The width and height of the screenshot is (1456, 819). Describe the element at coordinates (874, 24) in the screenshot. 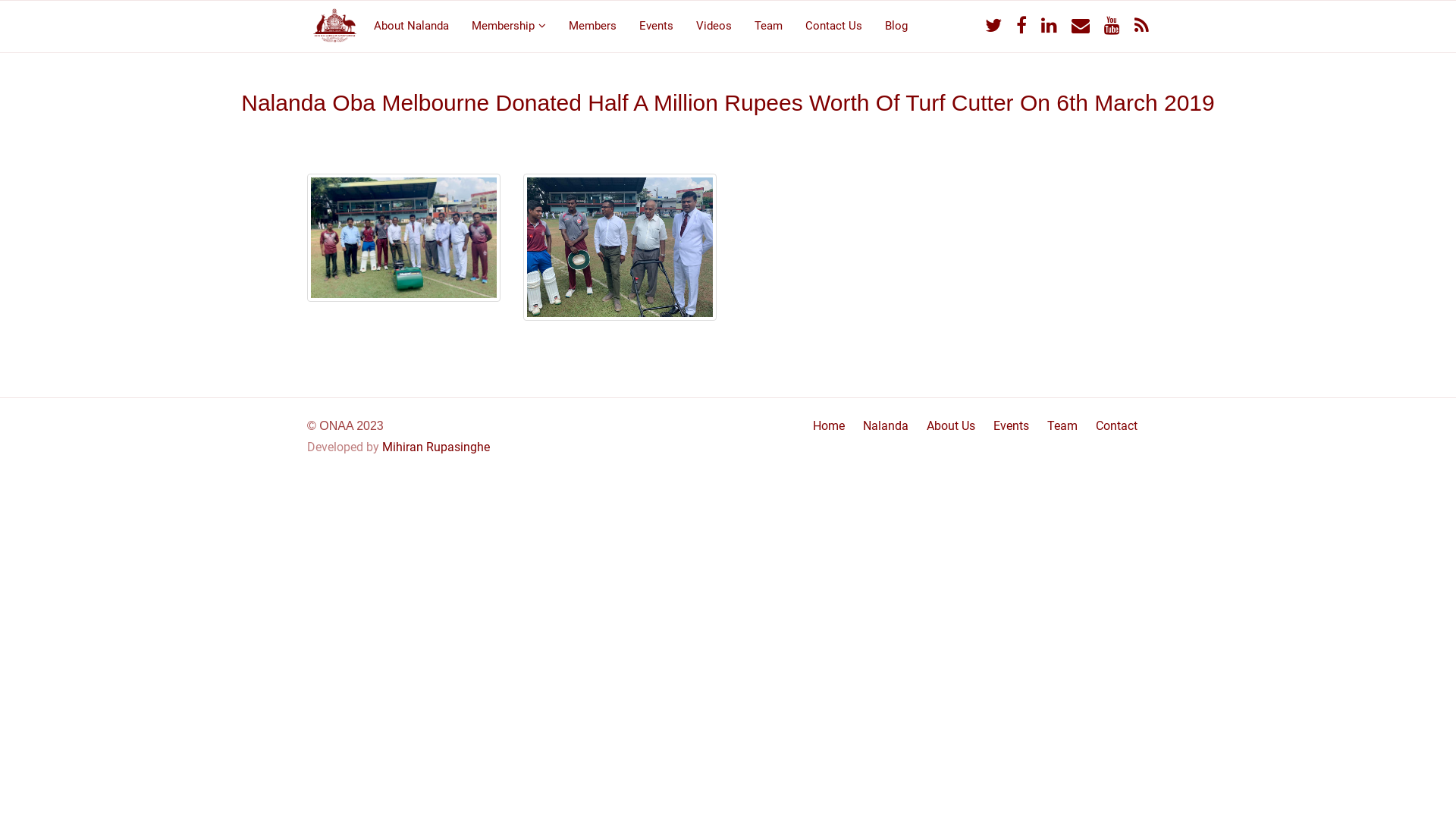

I see `'Blog'` at that location.